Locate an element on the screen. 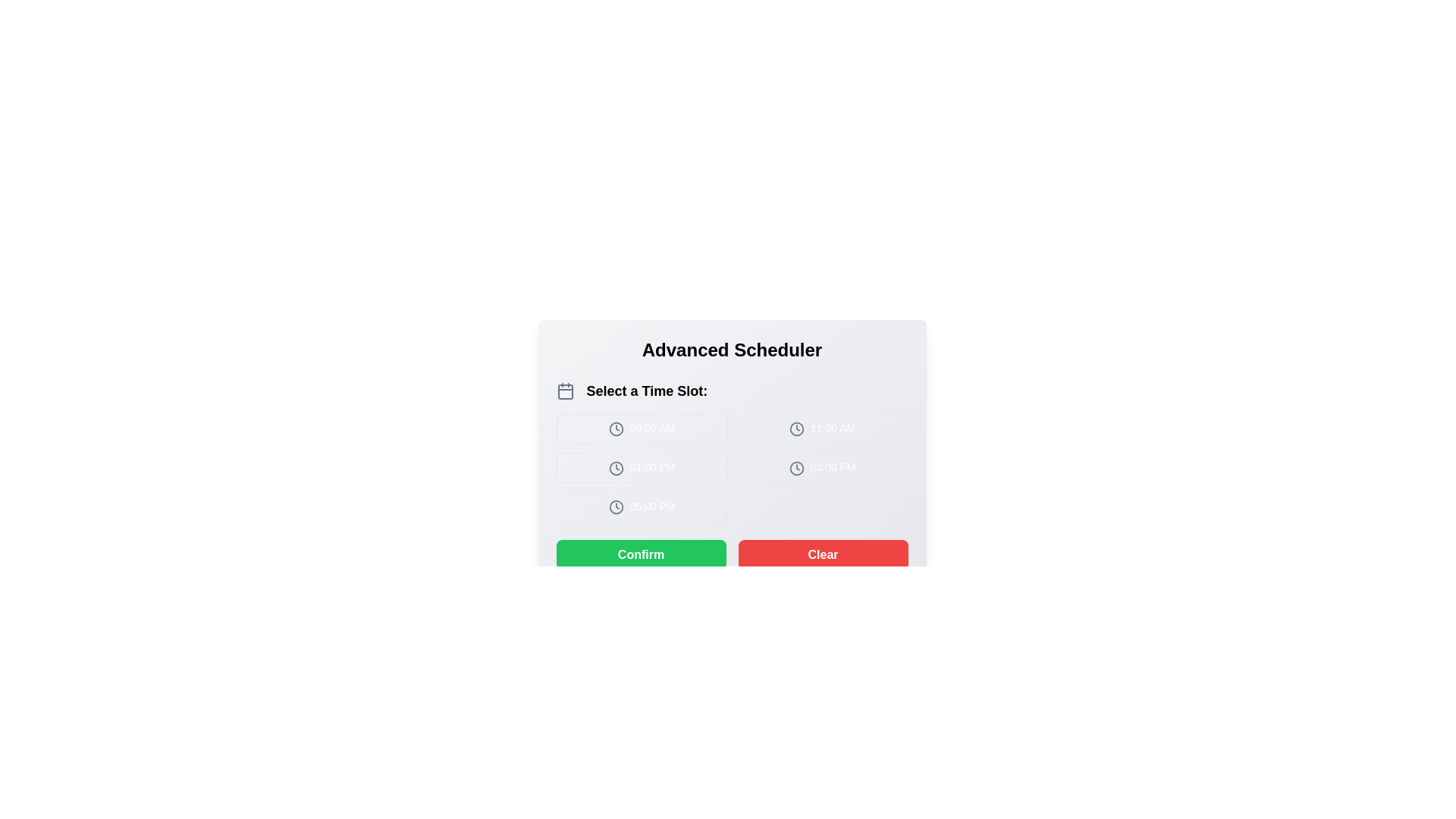 Image resolution: width=1456 pixels, height=819 pixels. the clock icon located to the left of the text in the button labeled '05:00 PM' is located at coordinates (616, 507).